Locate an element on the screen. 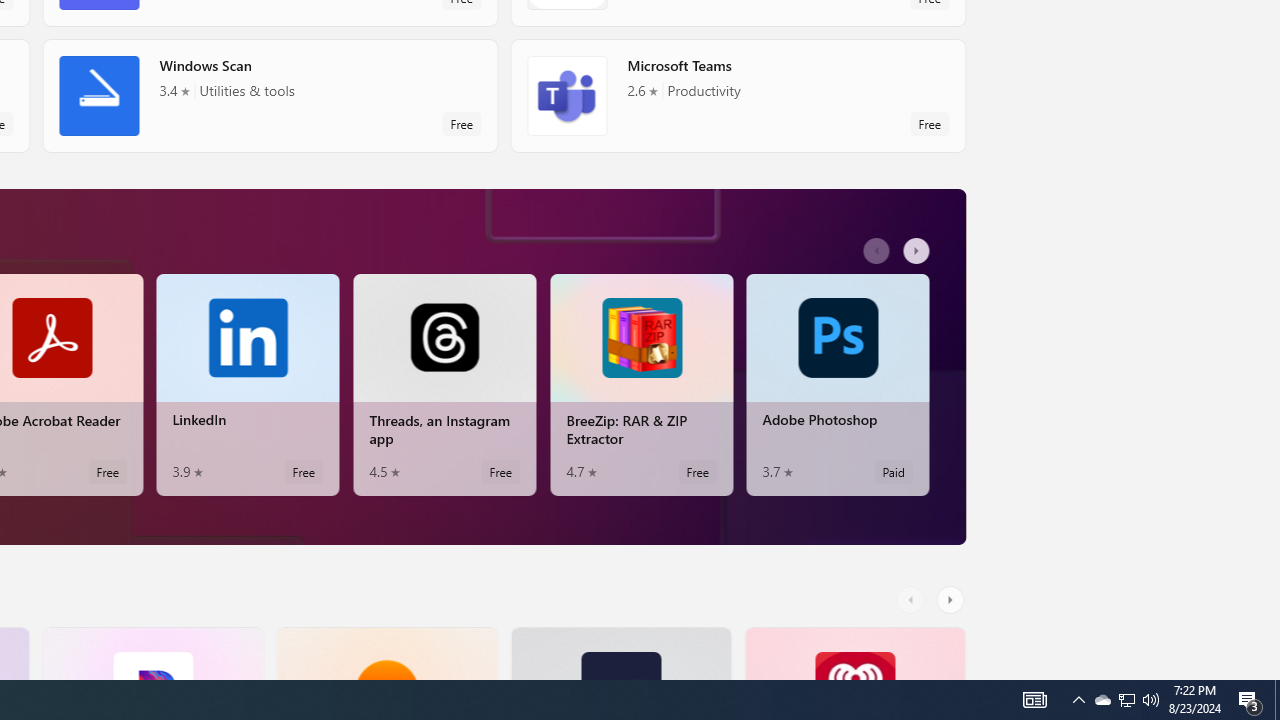 Image resolution: width=1280 pixels, height=720 pixels. 'LinkedIn. Average rating of 3.9 out of five stars. Free  ' is located at coordinates (246, 384).